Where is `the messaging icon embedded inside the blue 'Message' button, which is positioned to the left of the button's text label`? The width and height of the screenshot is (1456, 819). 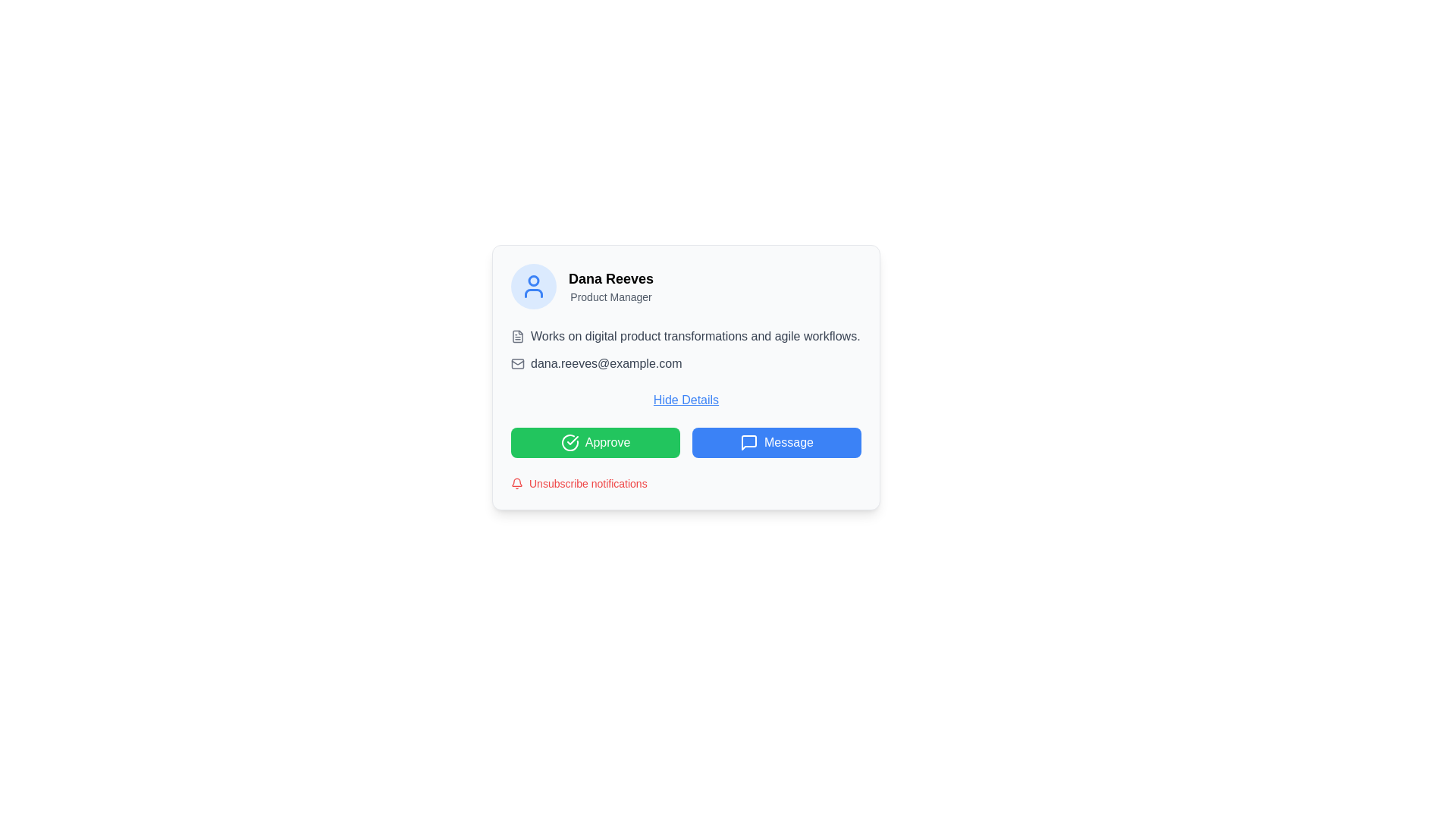
the messaging icon embedded inside the blue 'Message' button, which is positioned to the left of the button's text label is located at coordinates (749, 442).